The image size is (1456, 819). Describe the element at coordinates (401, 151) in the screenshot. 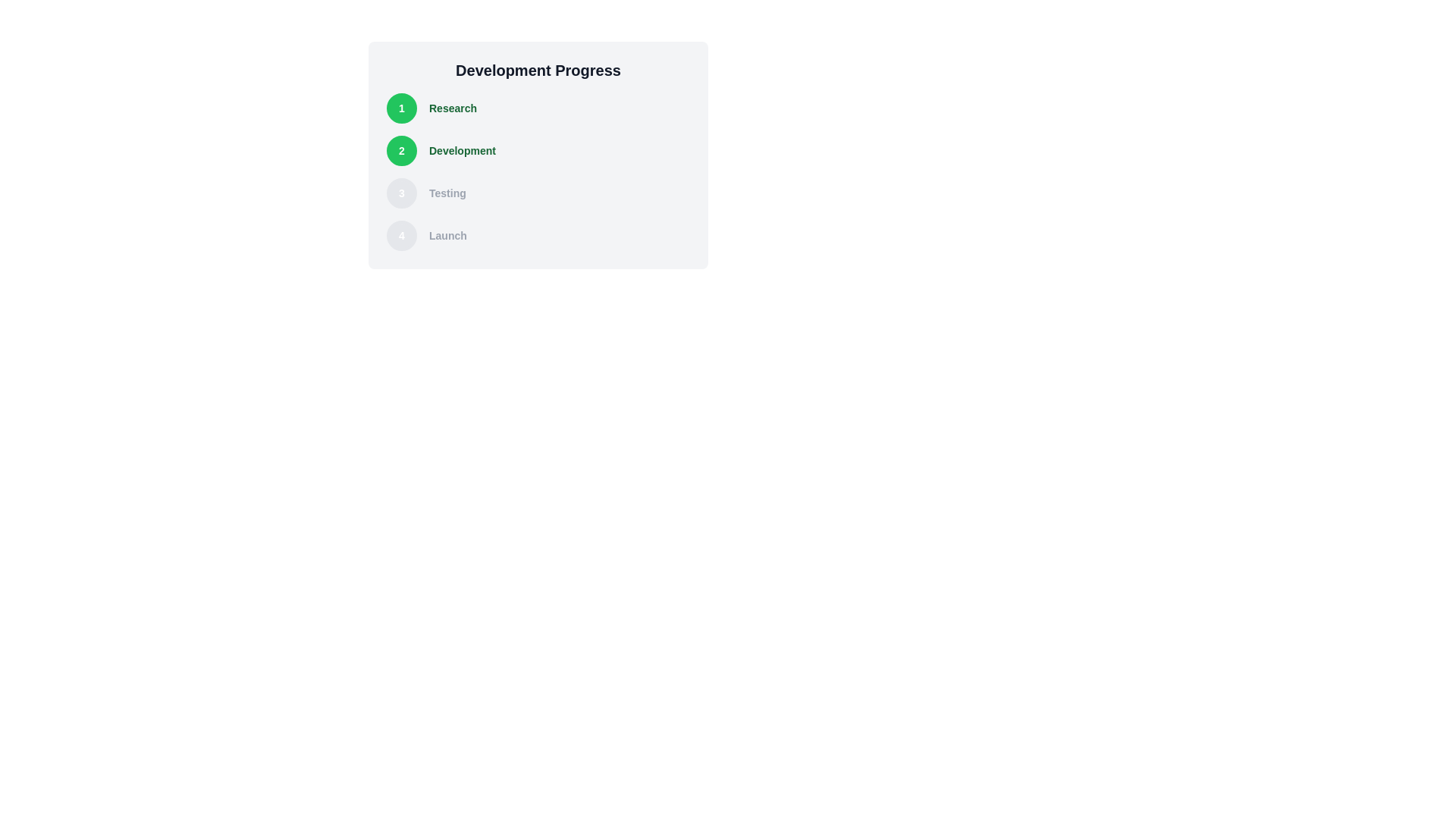

I see `the text label representing step number '2' in the green circle of the vertical progress indicator under 'Development Progress'` at that location.